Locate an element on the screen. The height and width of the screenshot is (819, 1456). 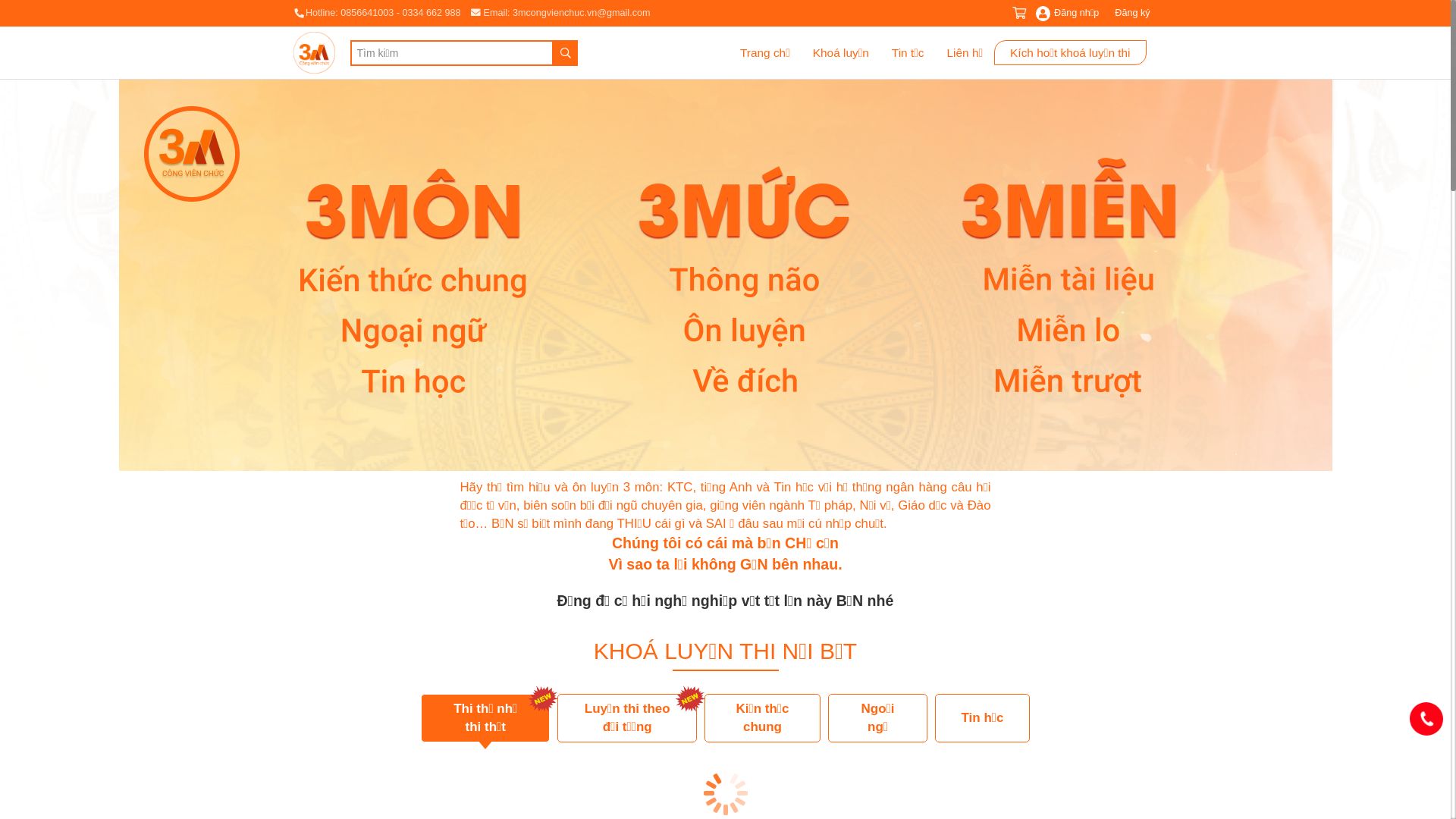
'Hotline: 0856641003 - 0334 662 988' is located at coordinates (292, 12).